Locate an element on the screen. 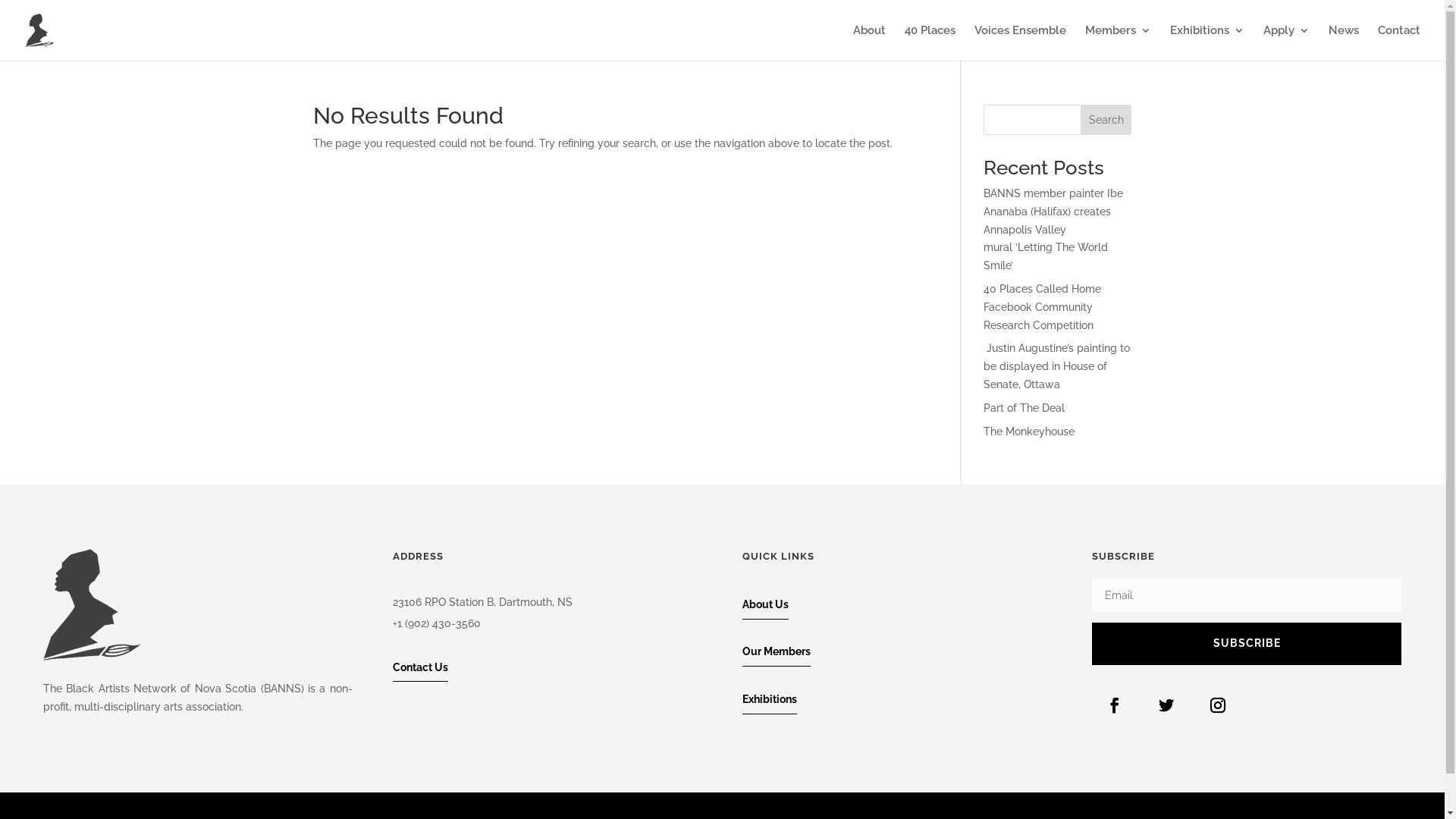 This screenshot has width=1456, height=819. 'Contact' is located at coordinates (1378, 42).